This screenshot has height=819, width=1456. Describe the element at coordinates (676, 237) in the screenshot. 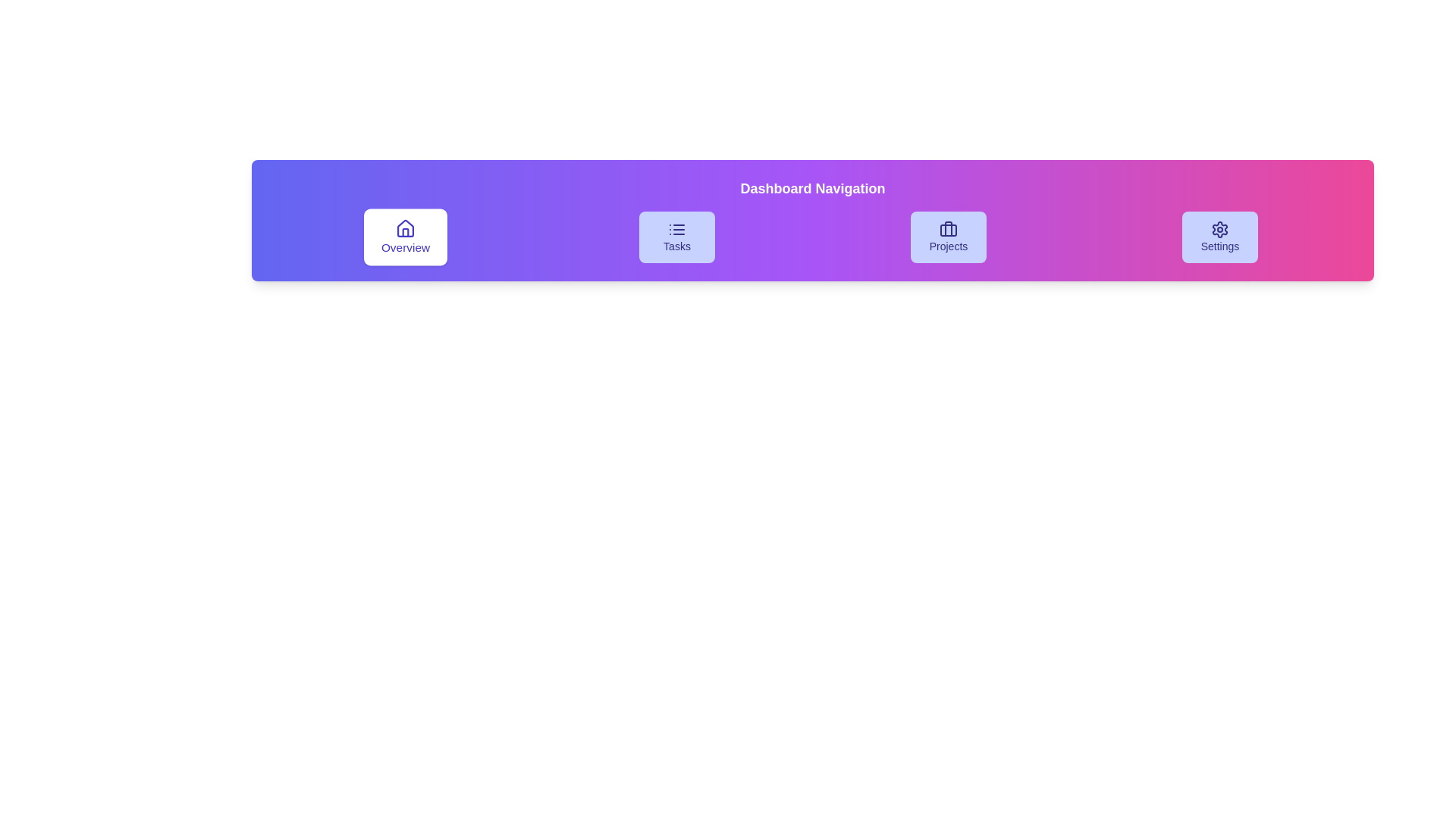

I see `the Tasks button to navigate to the corresponding section` at that location.